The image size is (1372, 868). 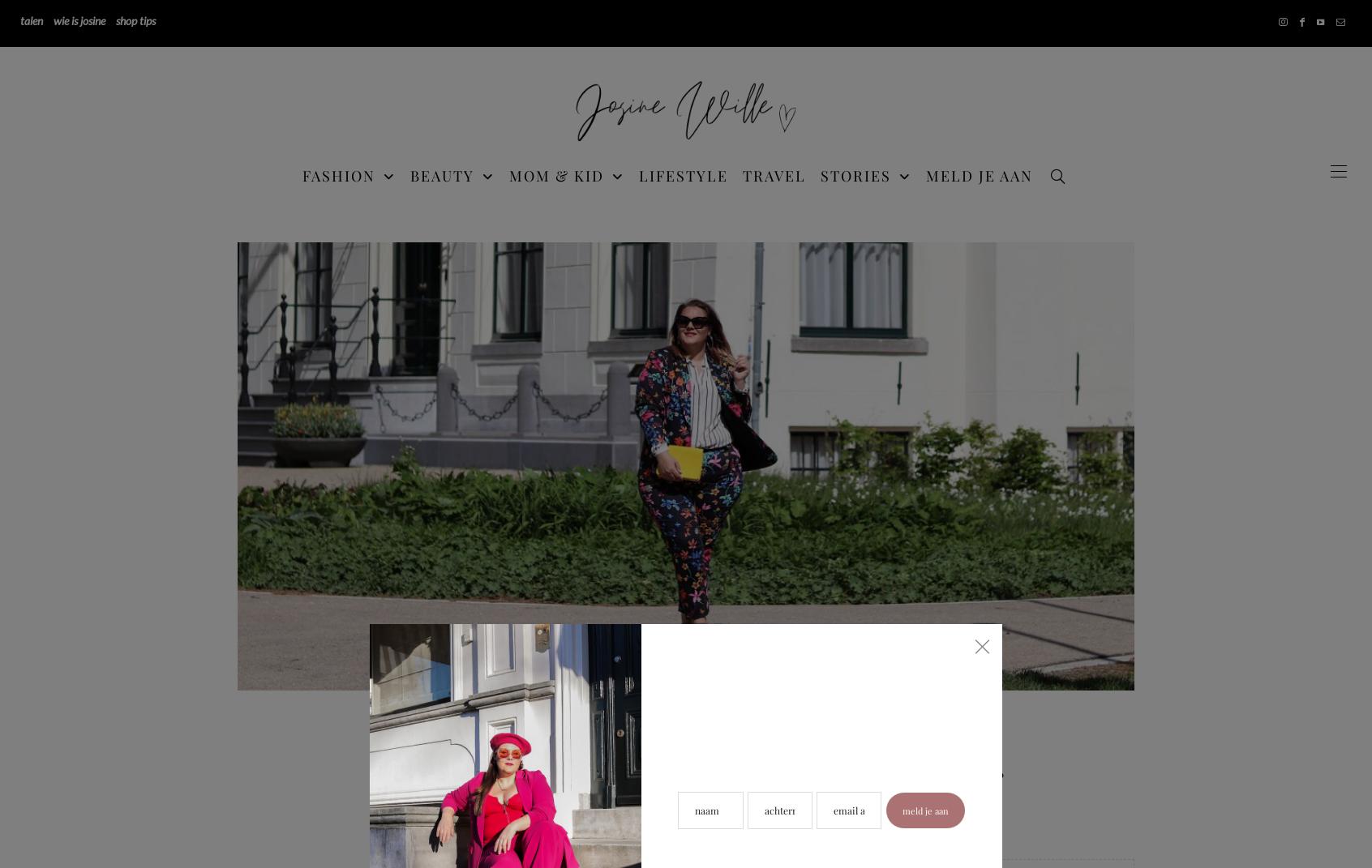 I want to click on 'REVIEWS', so click(x=1057, y=340).